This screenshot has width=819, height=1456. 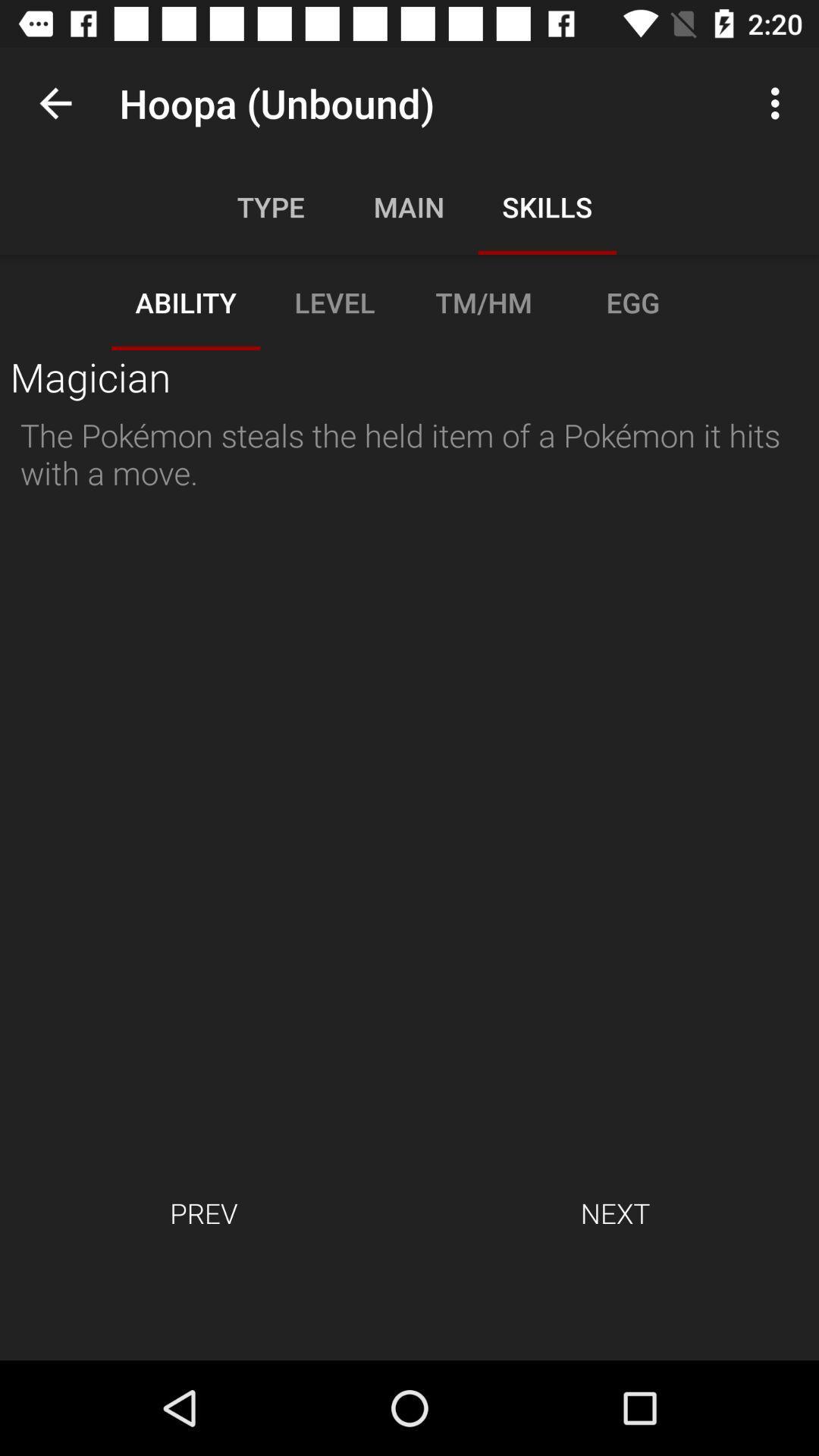 What do you see at coordinates (779, 102) in the screenshot?
I see `the icon to the right of the hoopa (unbound) item` at bounding box center [779, 102].